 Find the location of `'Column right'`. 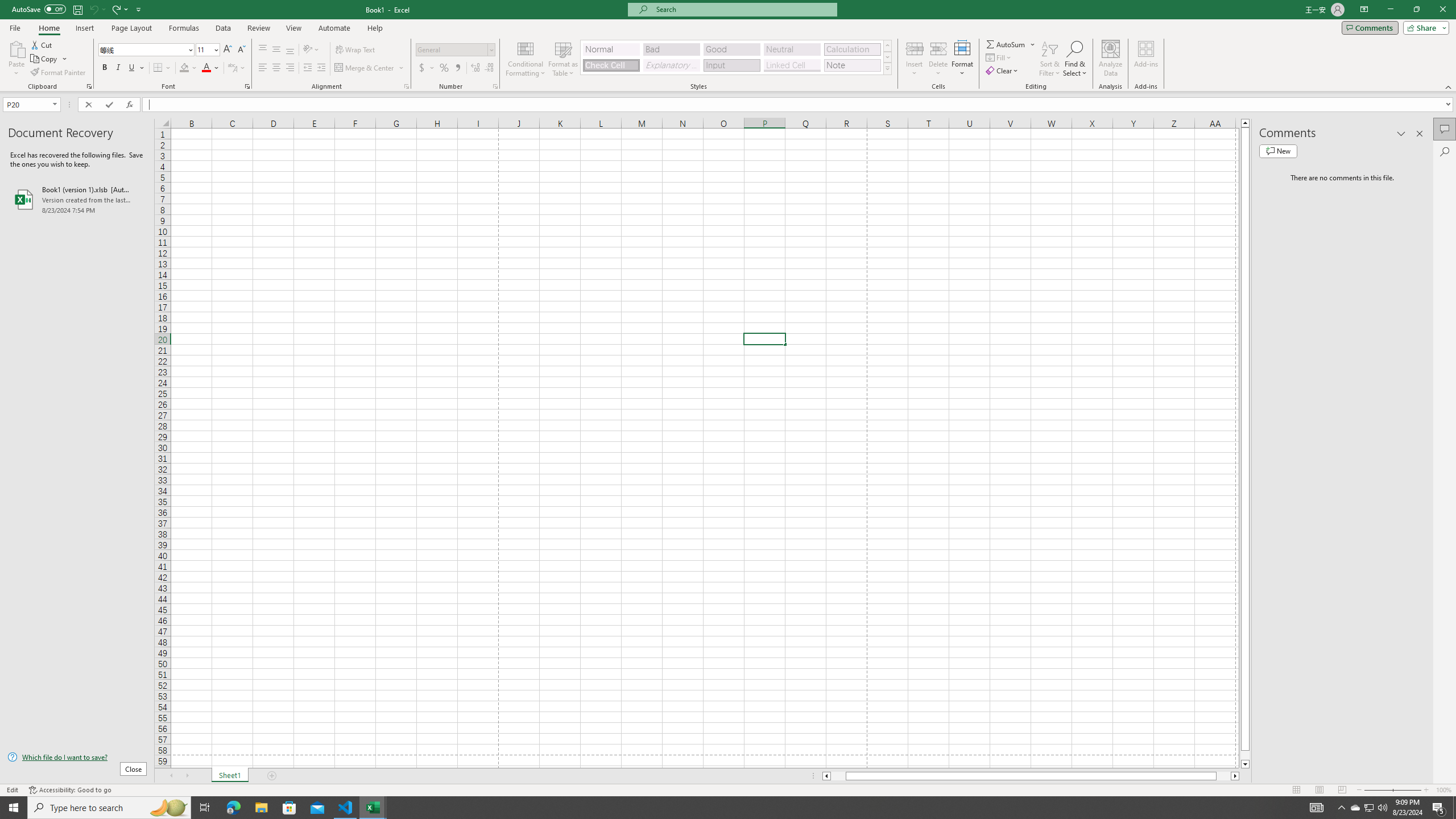

'Column right' is located at coordinates (1235, 775).